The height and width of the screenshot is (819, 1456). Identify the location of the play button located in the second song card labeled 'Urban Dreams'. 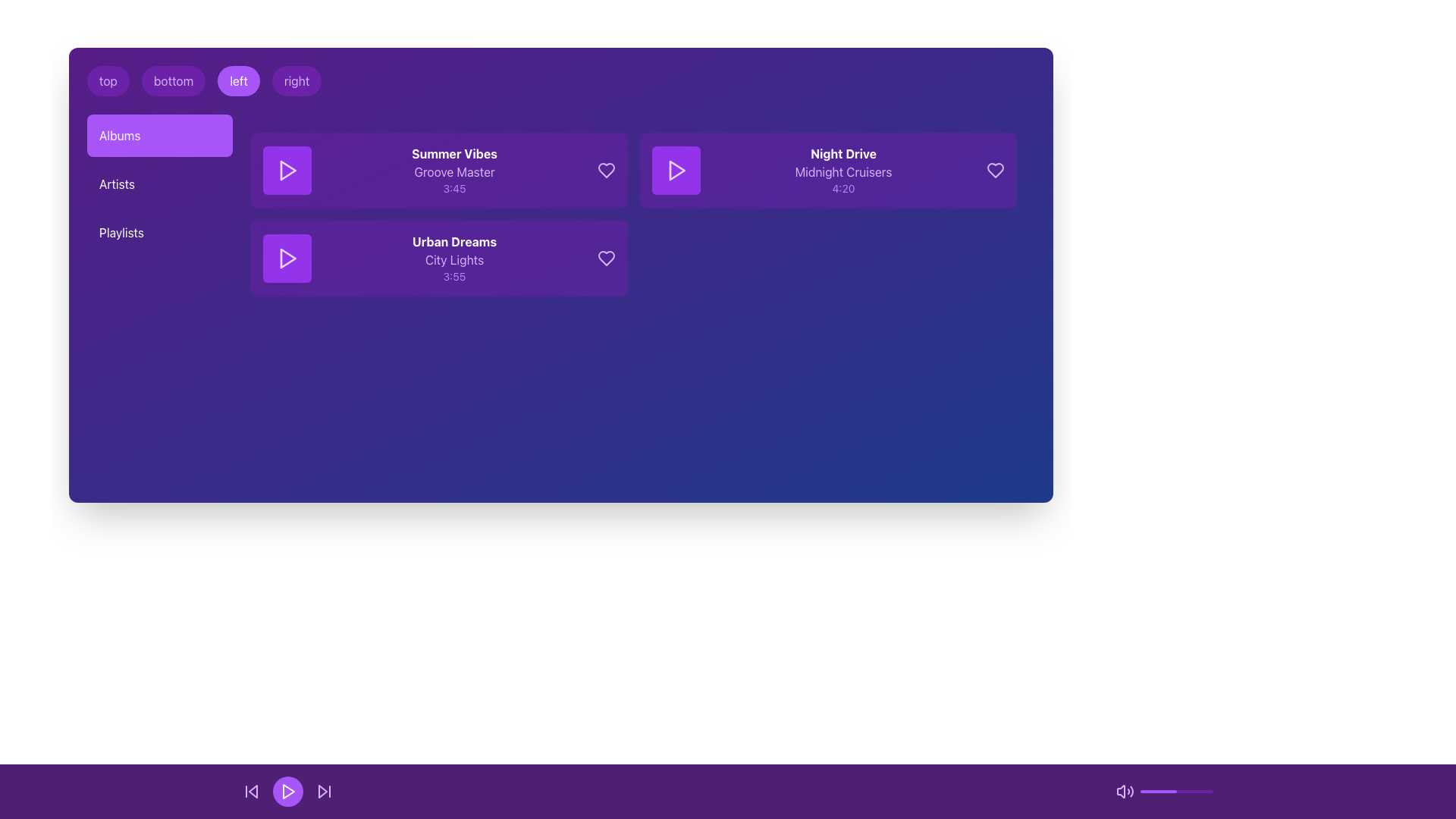
(287, 257).